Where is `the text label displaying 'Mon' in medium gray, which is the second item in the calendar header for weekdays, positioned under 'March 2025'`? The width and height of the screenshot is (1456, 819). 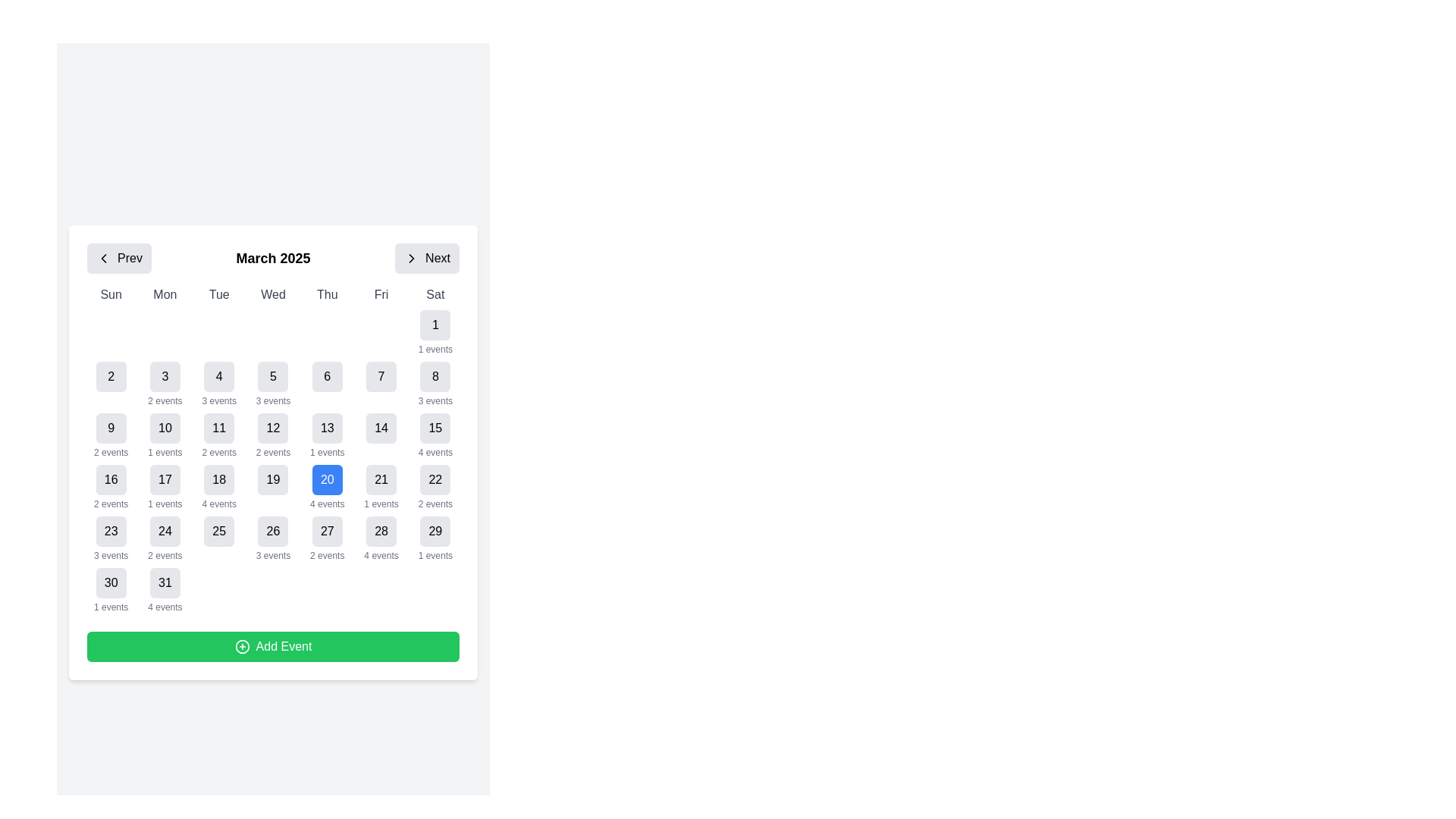
the text label displaying 'Mon' in medium gray, which is the second item in the calendar header for weekdays, positioned under 'March 2025' is located at coordinates (165, 295).